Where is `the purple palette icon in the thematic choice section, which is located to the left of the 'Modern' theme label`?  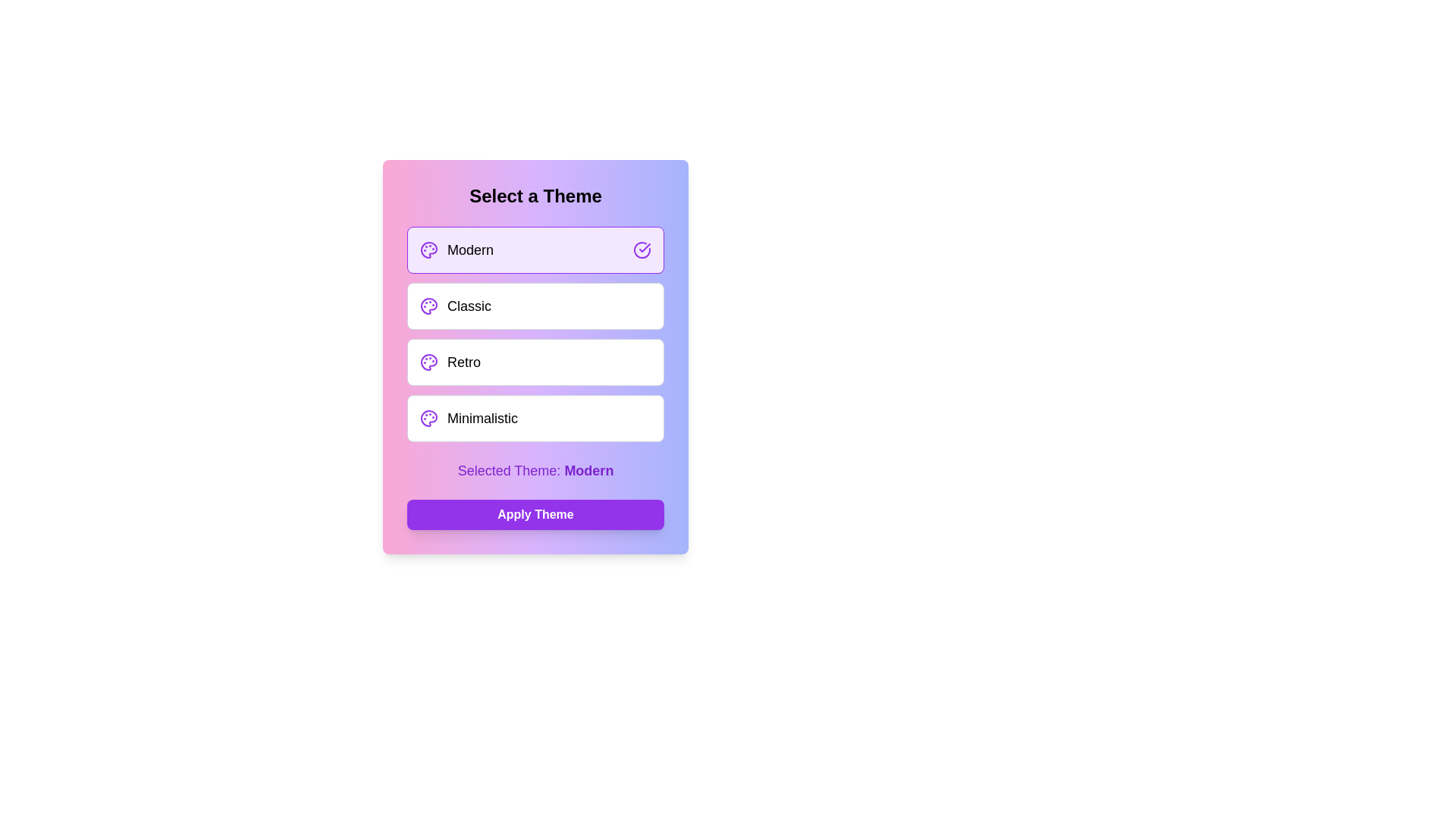 the purple palette icon in the thematic choice section, which is located to the left of the 'Modern' theme label is located at coordinates (428, 249).